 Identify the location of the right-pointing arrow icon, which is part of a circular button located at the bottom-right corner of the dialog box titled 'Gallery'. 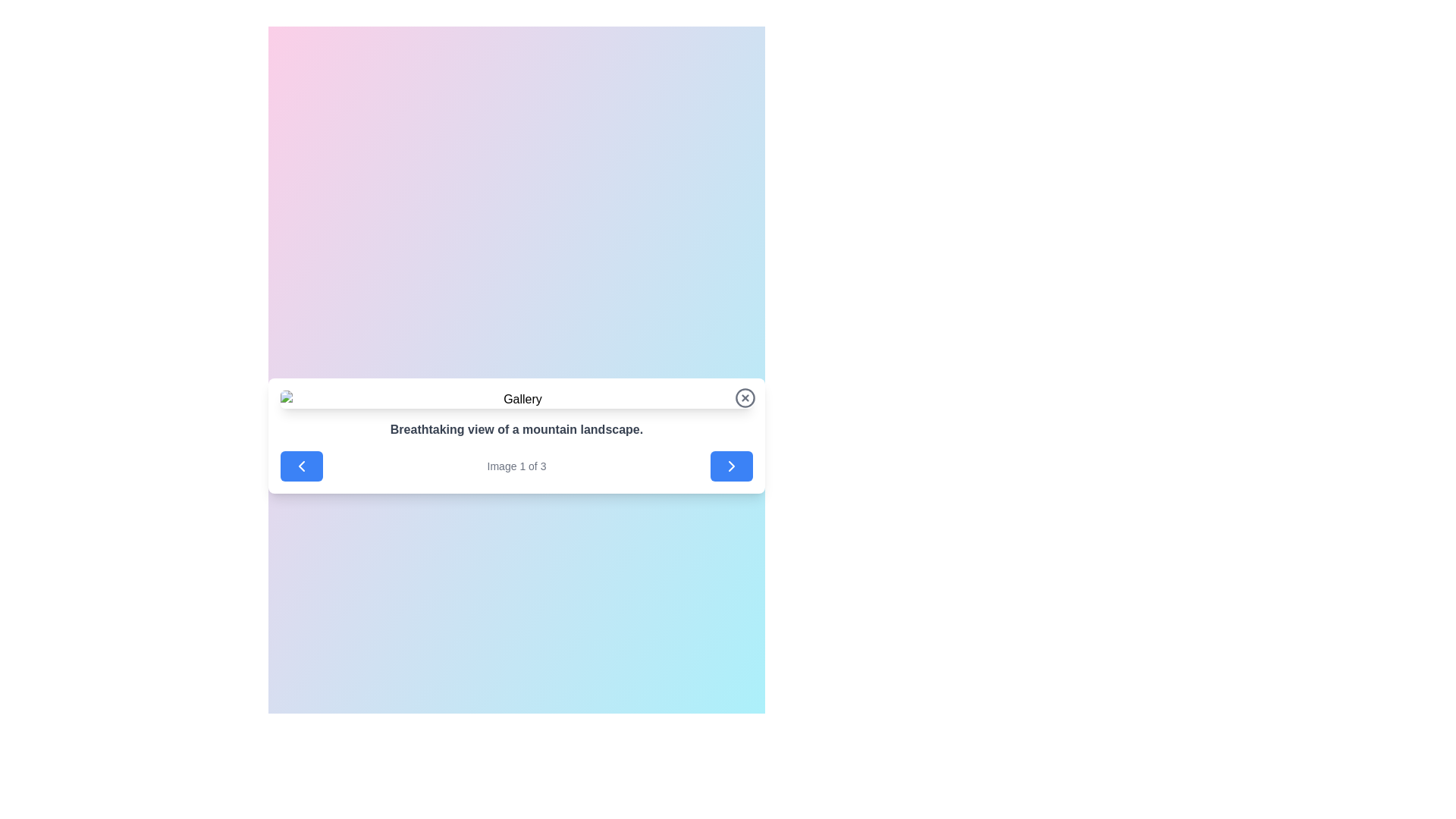
(731, 465).